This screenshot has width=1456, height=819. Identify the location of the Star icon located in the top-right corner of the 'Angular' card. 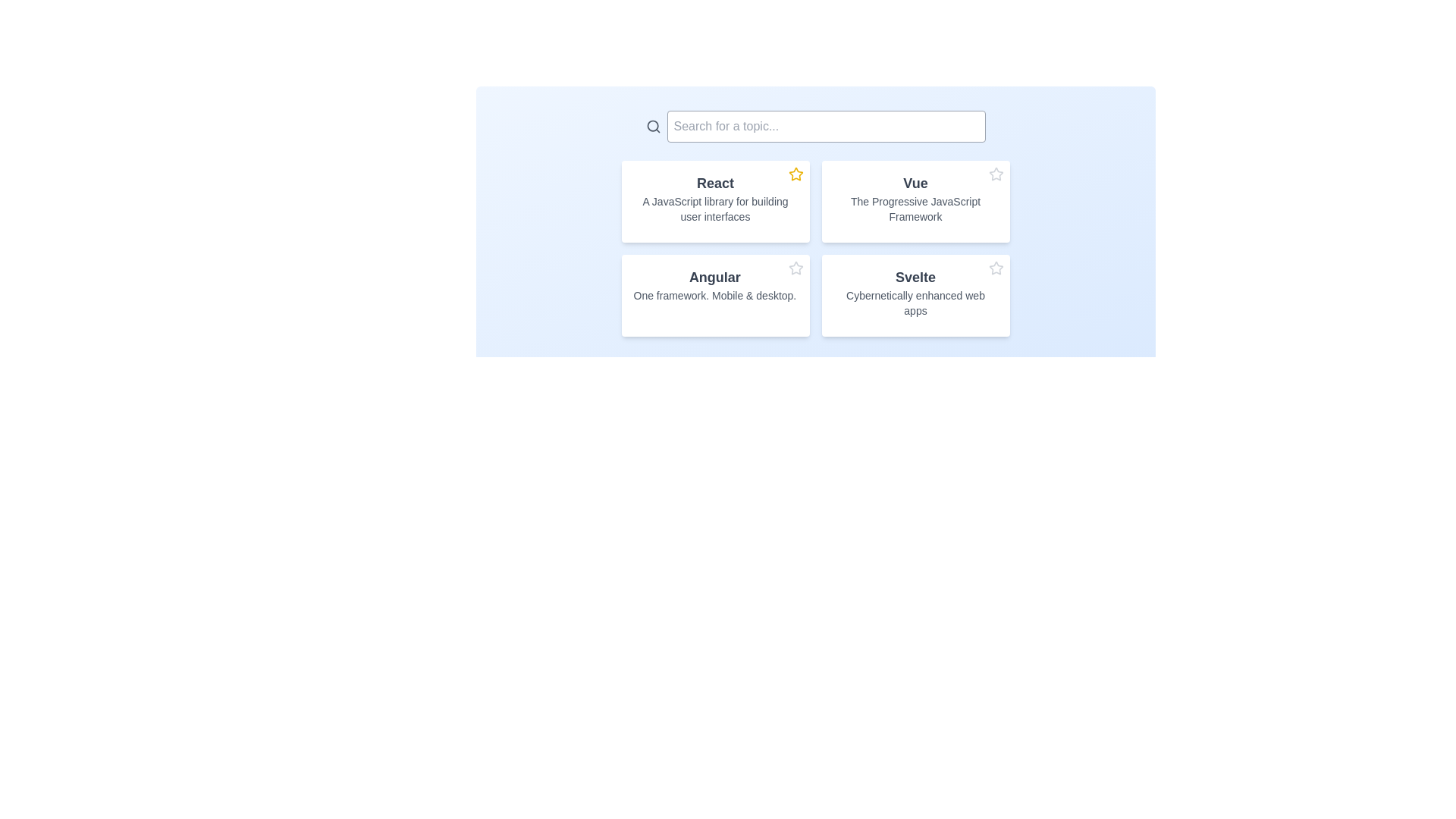
(795, 268).